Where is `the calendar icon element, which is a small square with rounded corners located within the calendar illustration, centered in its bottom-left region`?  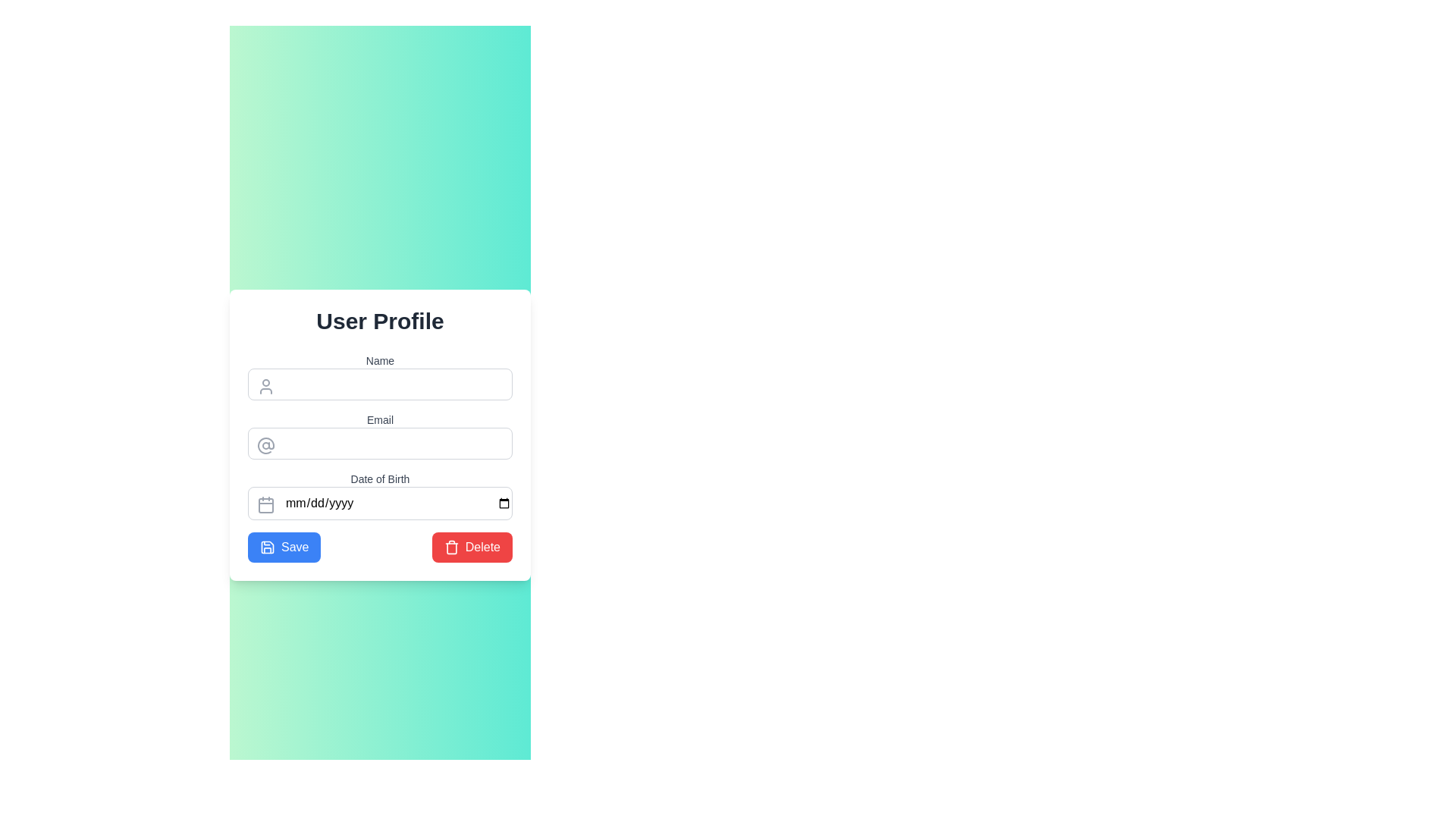 the calendar icon element, which is a small square with rounded corners located within the calendar illustration, centered in its bottom-left region is located at coordinates (265, 506).